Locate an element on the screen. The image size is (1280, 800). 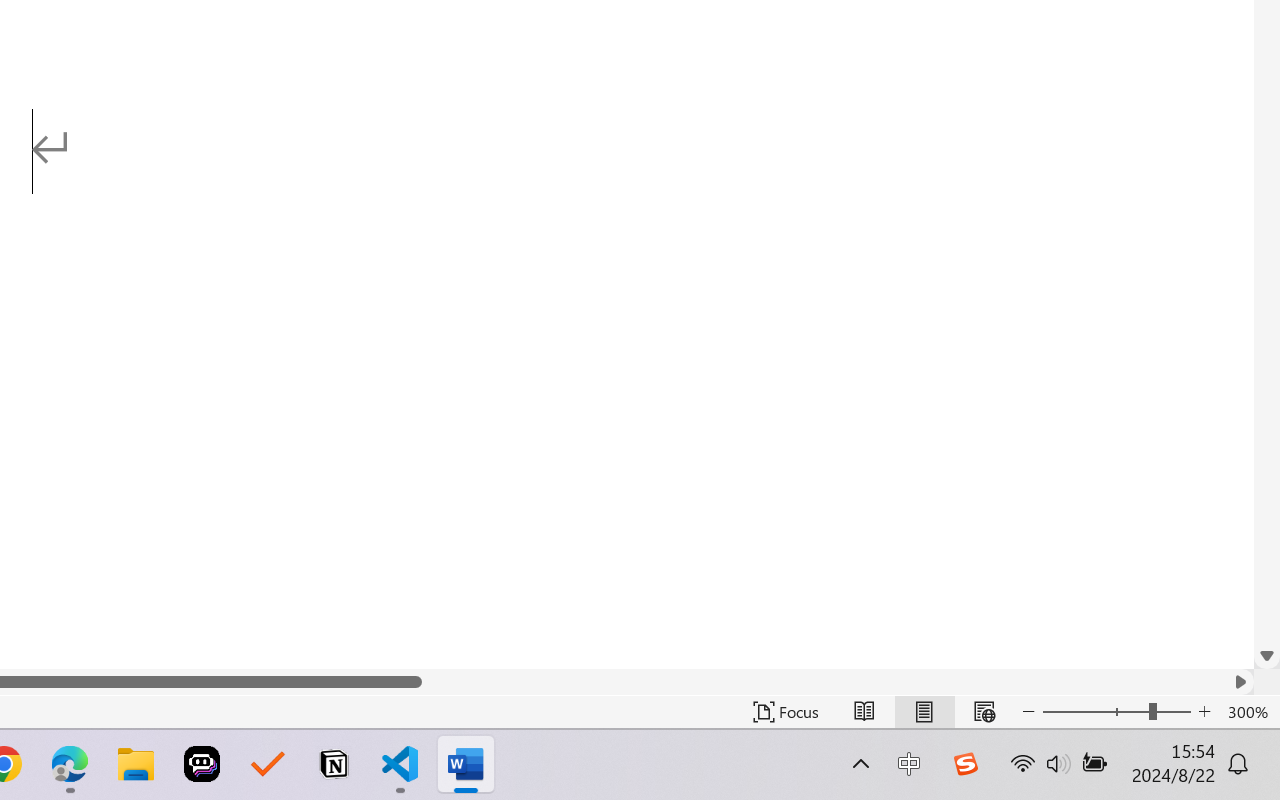
'Zoom' is located at coordinates (1115, 711).